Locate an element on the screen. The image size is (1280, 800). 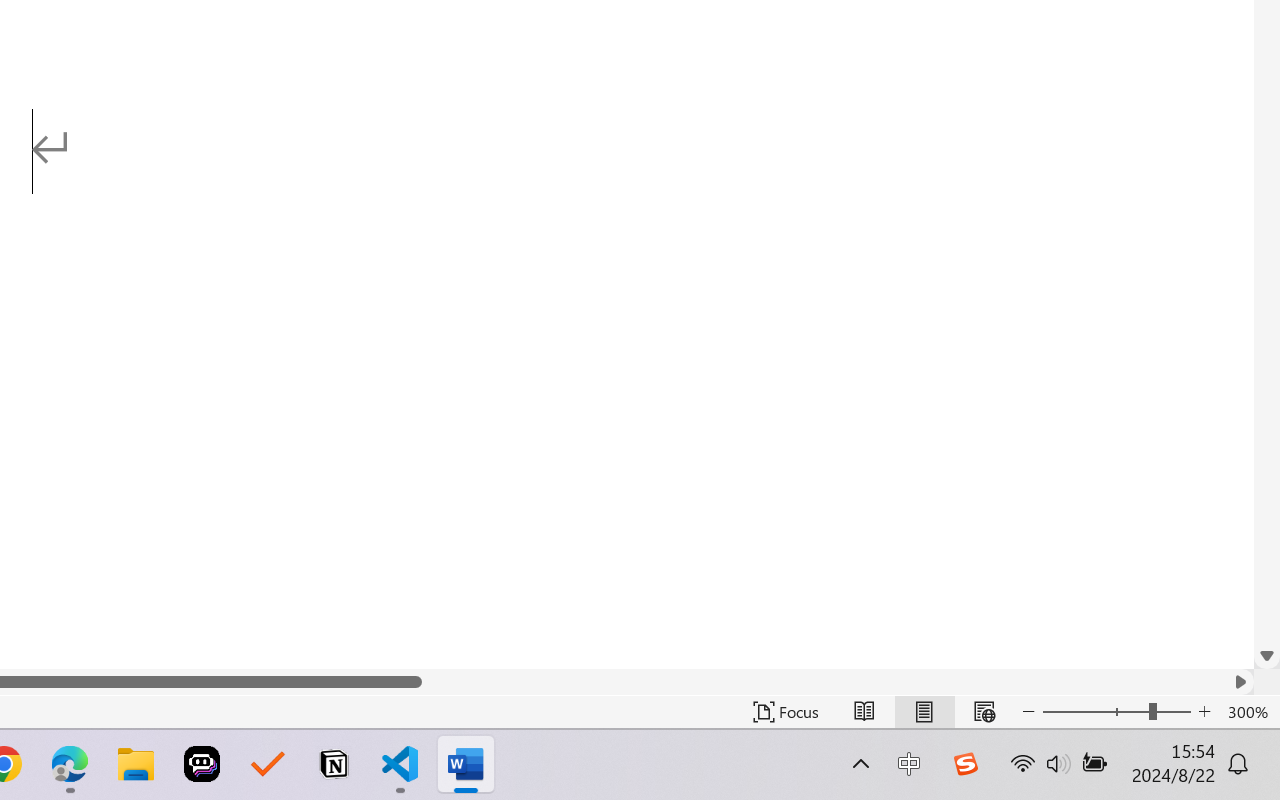
'Zoom' is located at coordinates (1115, 711).